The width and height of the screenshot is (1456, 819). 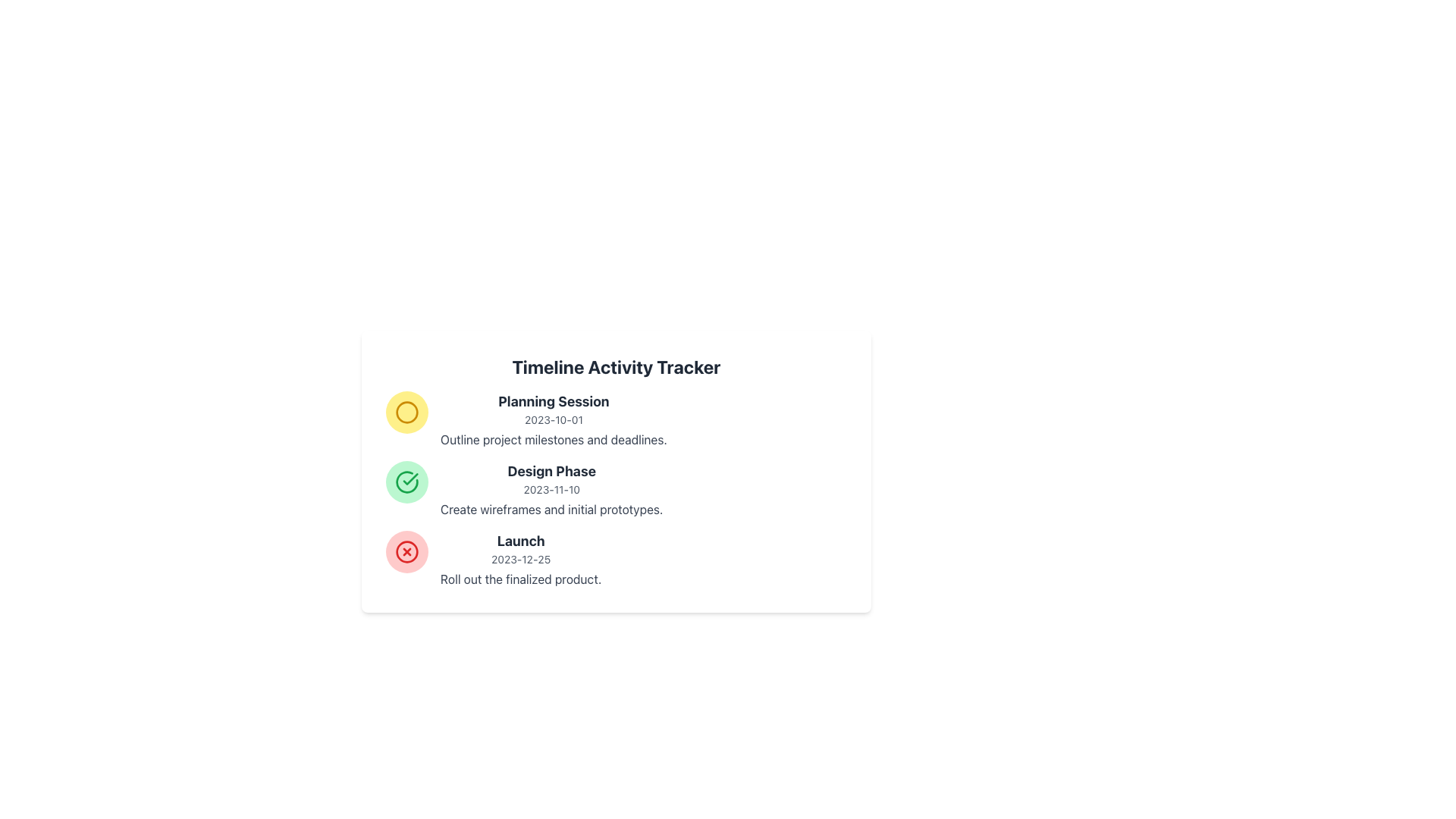 What do you see at coordinates (520, 540) in the screenshot?
I see `the 'Launch' text label, which serves as a header indicating a specific phase of the timeline` at bounding box center [520, 540].